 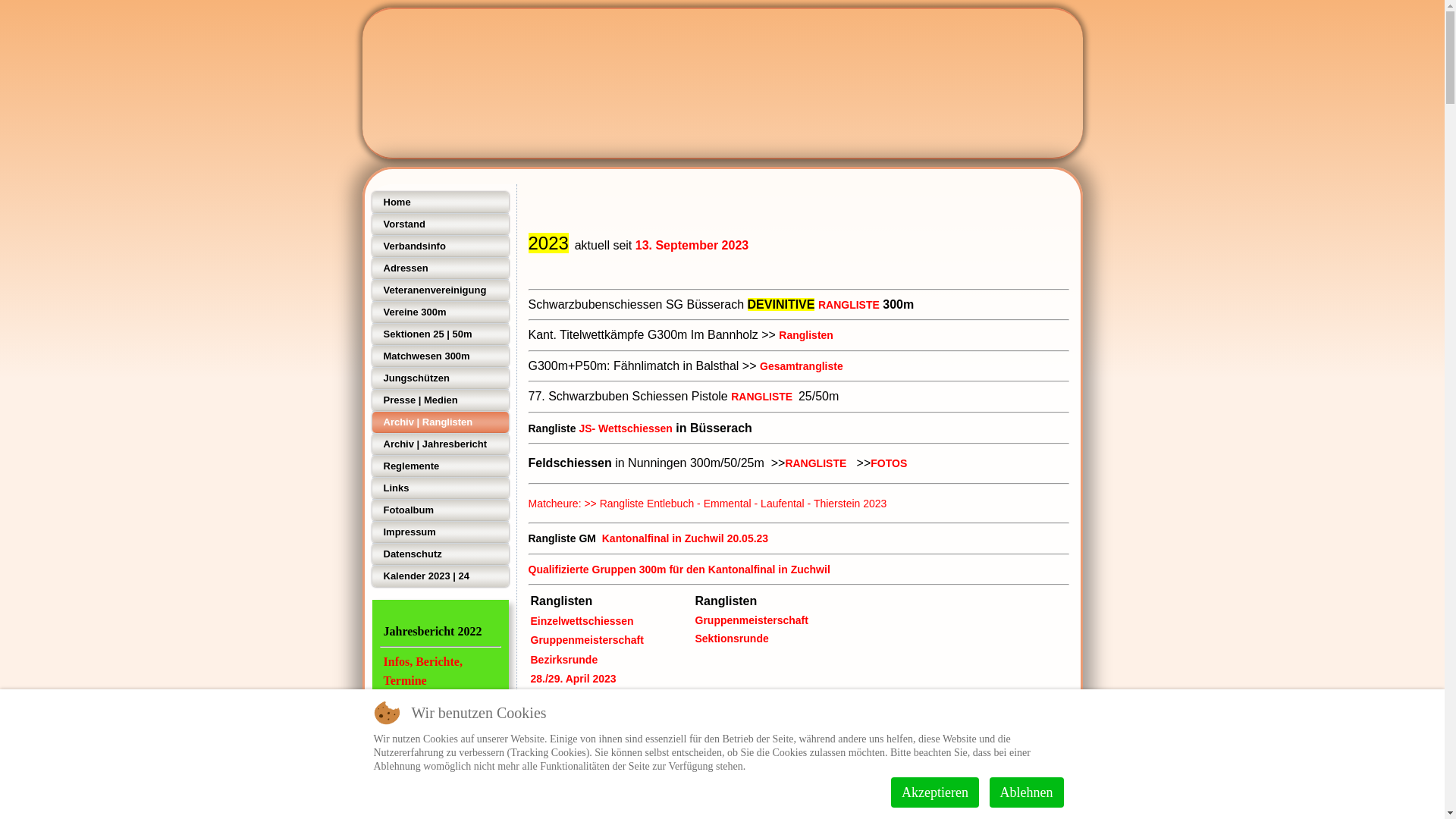 I want to click on 'RANGLISTE', so click(x=761, y=396).